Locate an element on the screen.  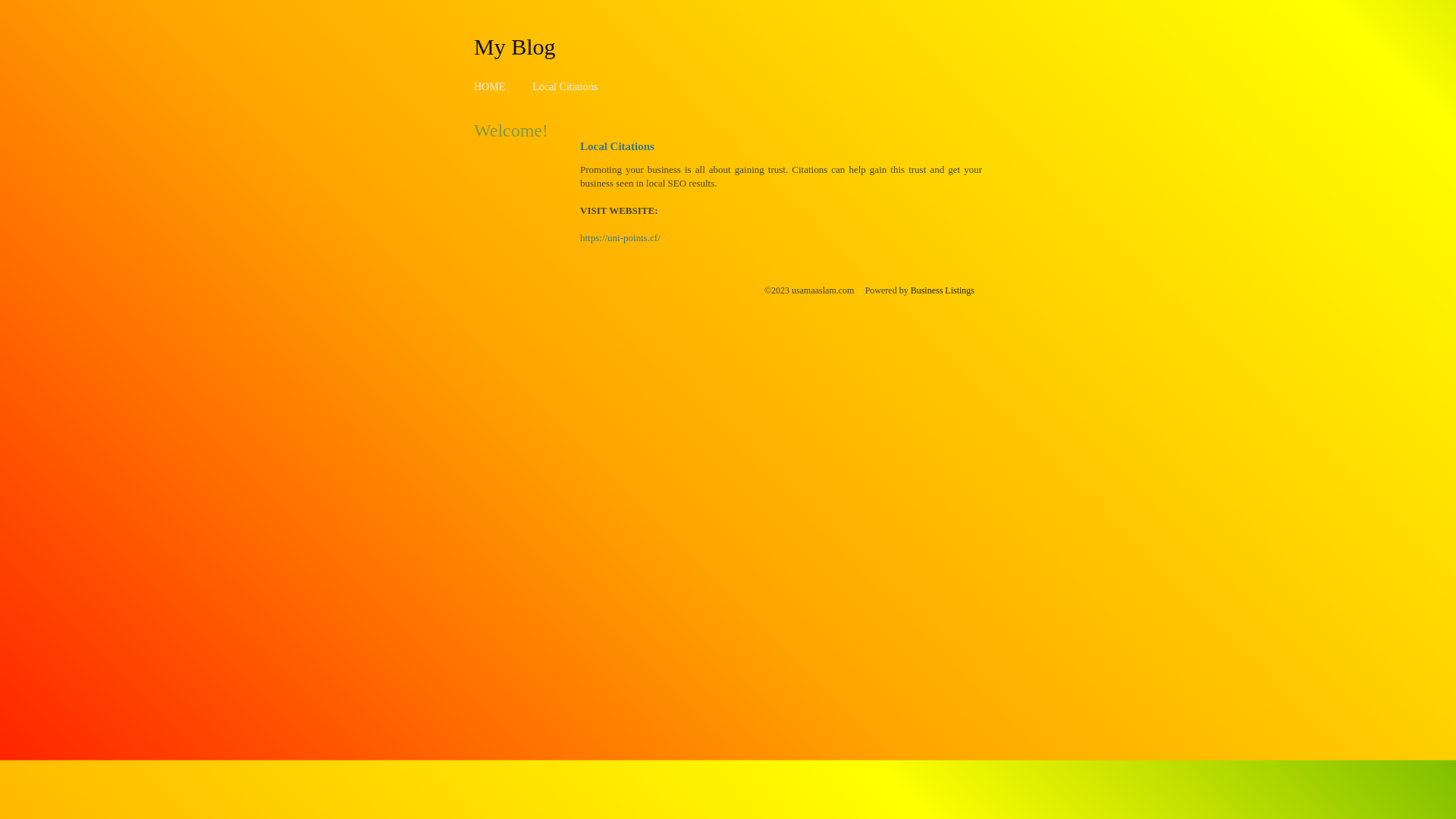
'https://uni-points.cf/' is located at coordinates (579, 237).